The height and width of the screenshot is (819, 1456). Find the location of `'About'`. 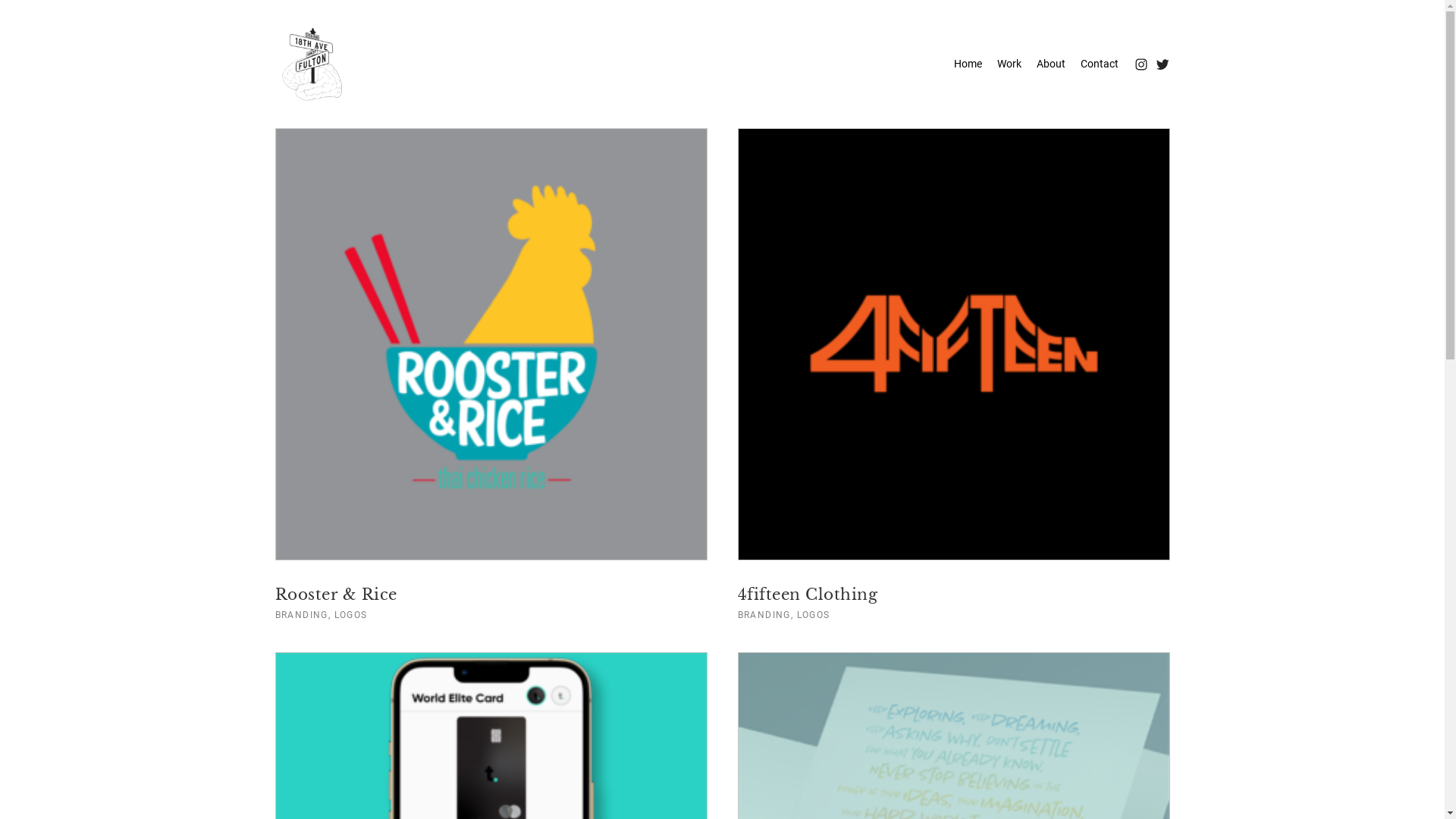

'About' is located at coordinates (1050, 63).